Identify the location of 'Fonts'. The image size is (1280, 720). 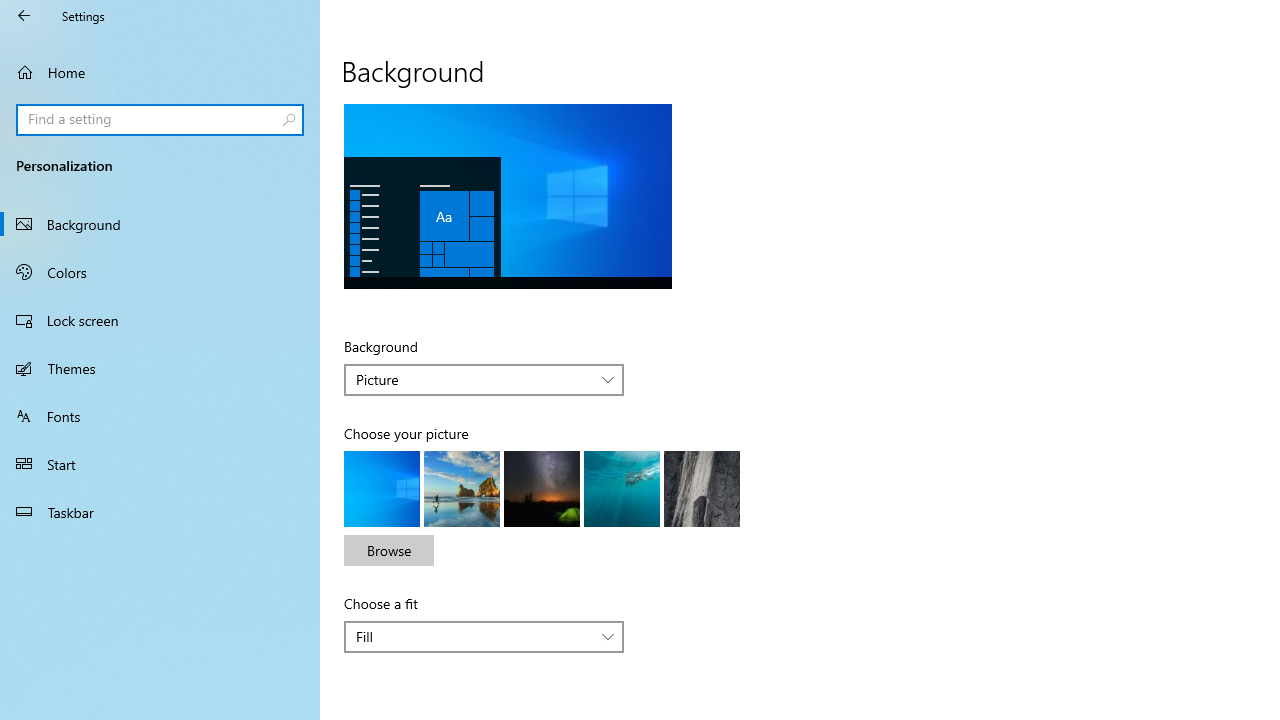
(160, 414).